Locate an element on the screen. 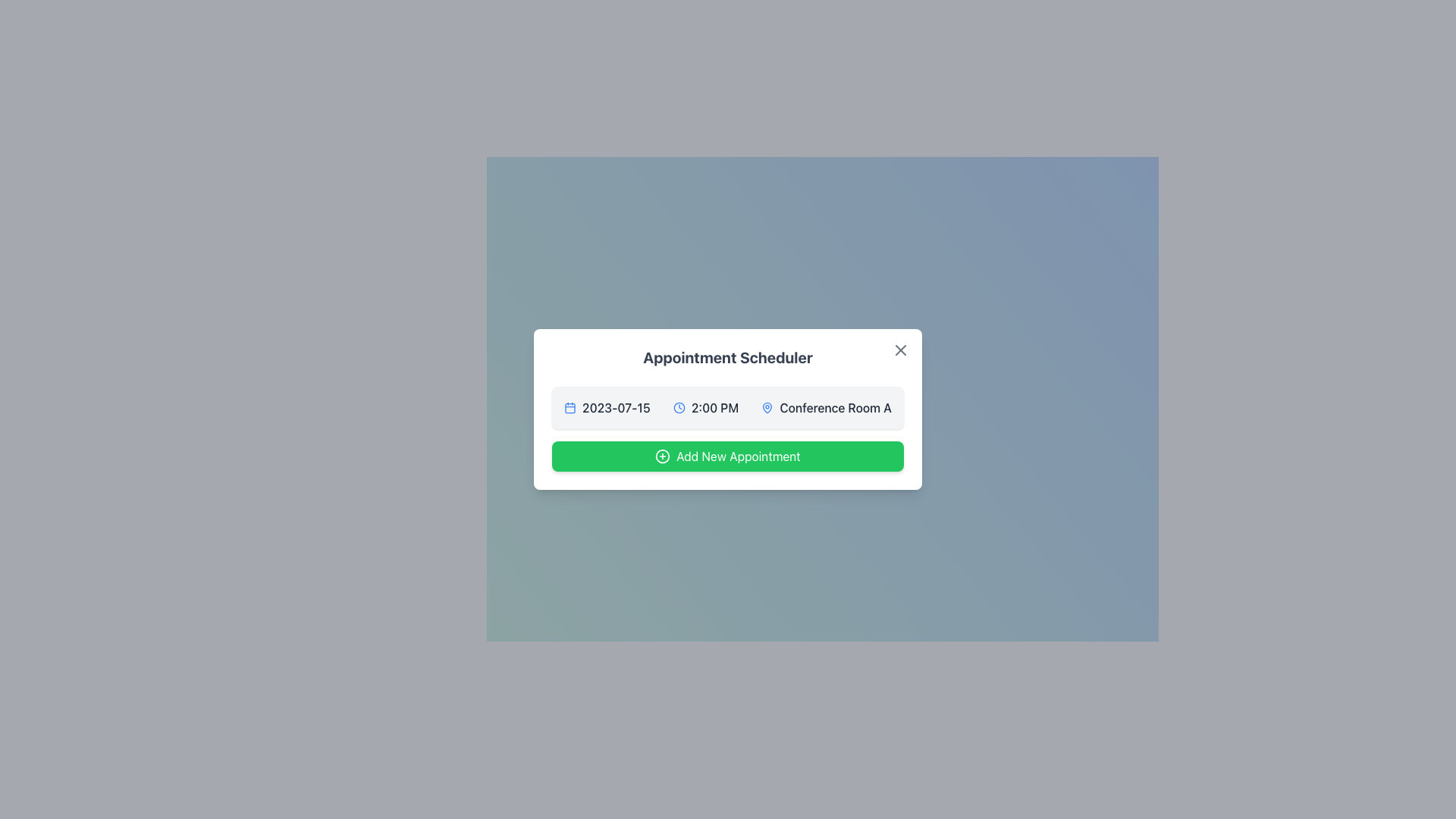 The width and height of the screenshot is (1456, 819). the small 'X' icon button in the top-right corner of the 'Appointment Scheduler' modal to change its color to red is located at coordinates (901, 350).